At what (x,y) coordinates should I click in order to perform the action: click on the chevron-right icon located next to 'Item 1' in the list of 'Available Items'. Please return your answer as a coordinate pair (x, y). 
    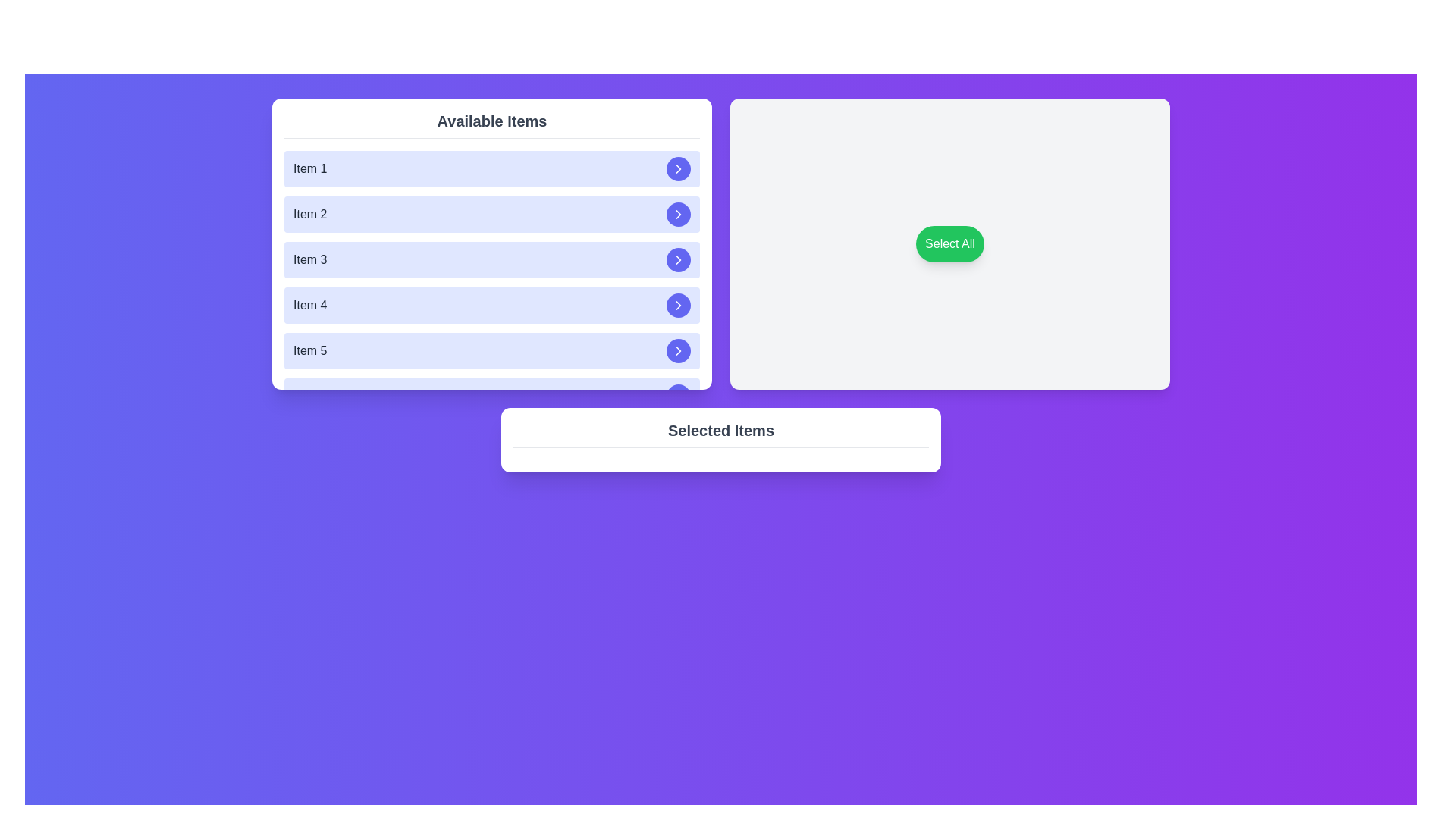
    Looking at the image, I should click on (677, 169).